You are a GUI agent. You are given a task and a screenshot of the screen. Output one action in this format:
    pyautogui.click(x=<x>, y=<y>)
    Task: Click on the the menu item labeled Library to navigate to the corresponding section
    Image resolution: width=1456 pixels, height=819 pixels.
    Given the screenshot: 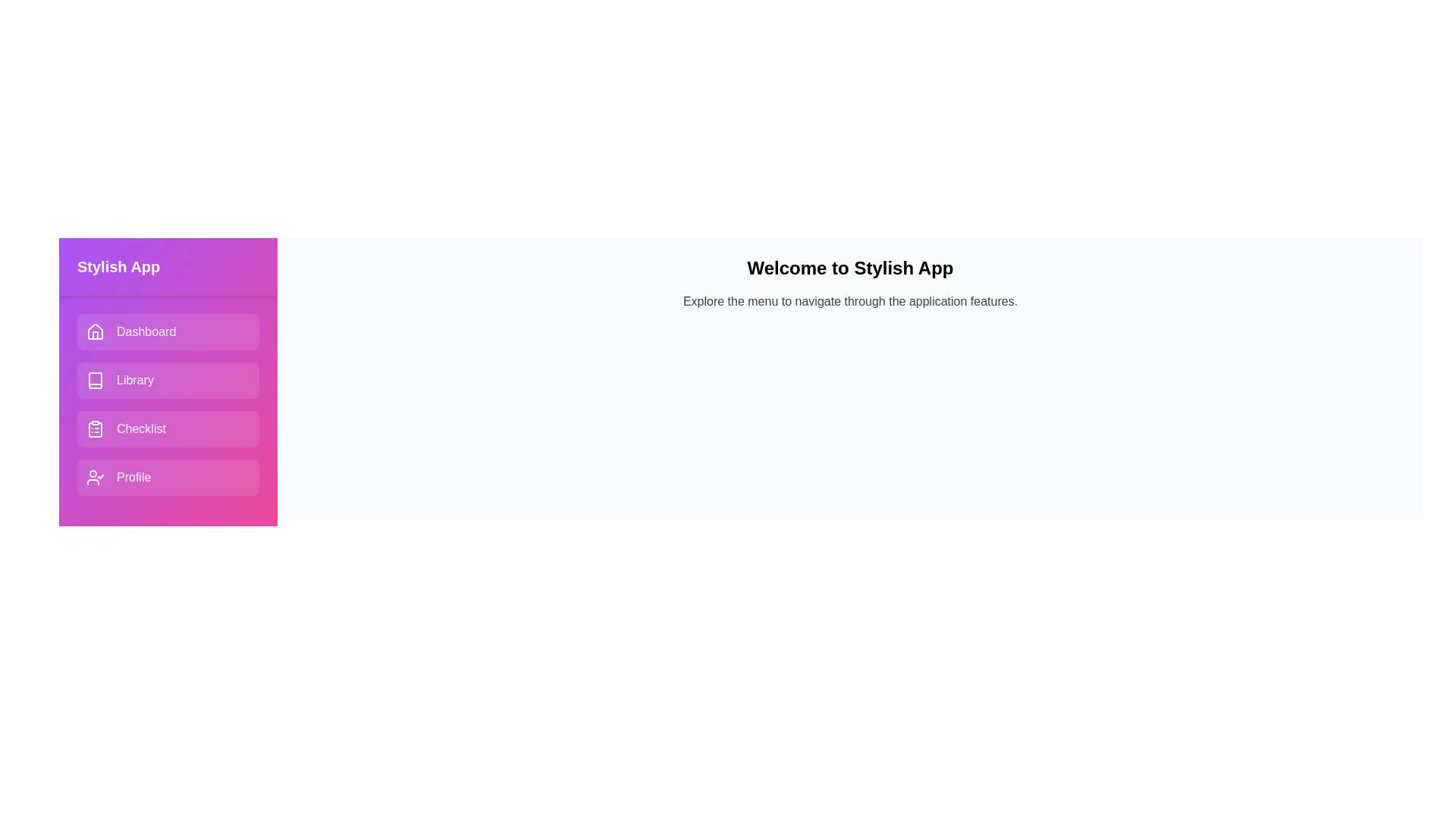 What is the action you would take?
    pyautogui.click(x=168, y=379)
    